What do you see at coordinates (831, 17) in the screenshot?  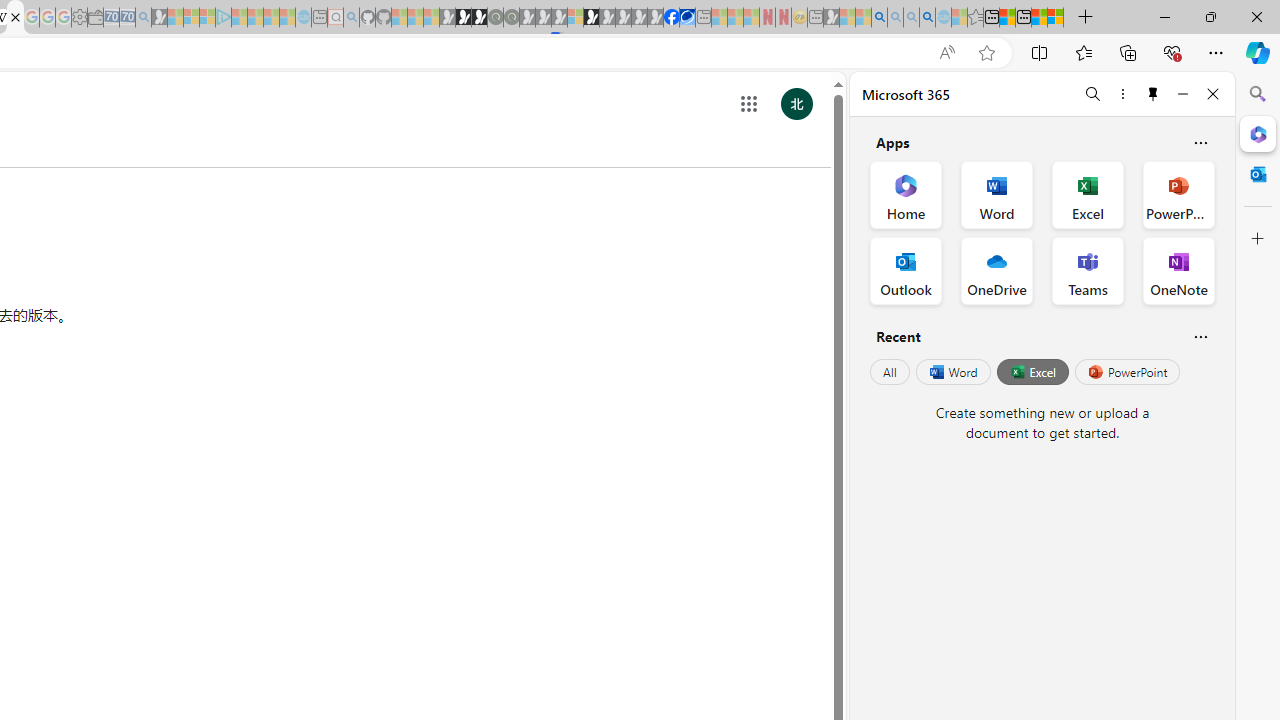 I see `'MSN - Sleeping'` at bounding box center [831, 17].